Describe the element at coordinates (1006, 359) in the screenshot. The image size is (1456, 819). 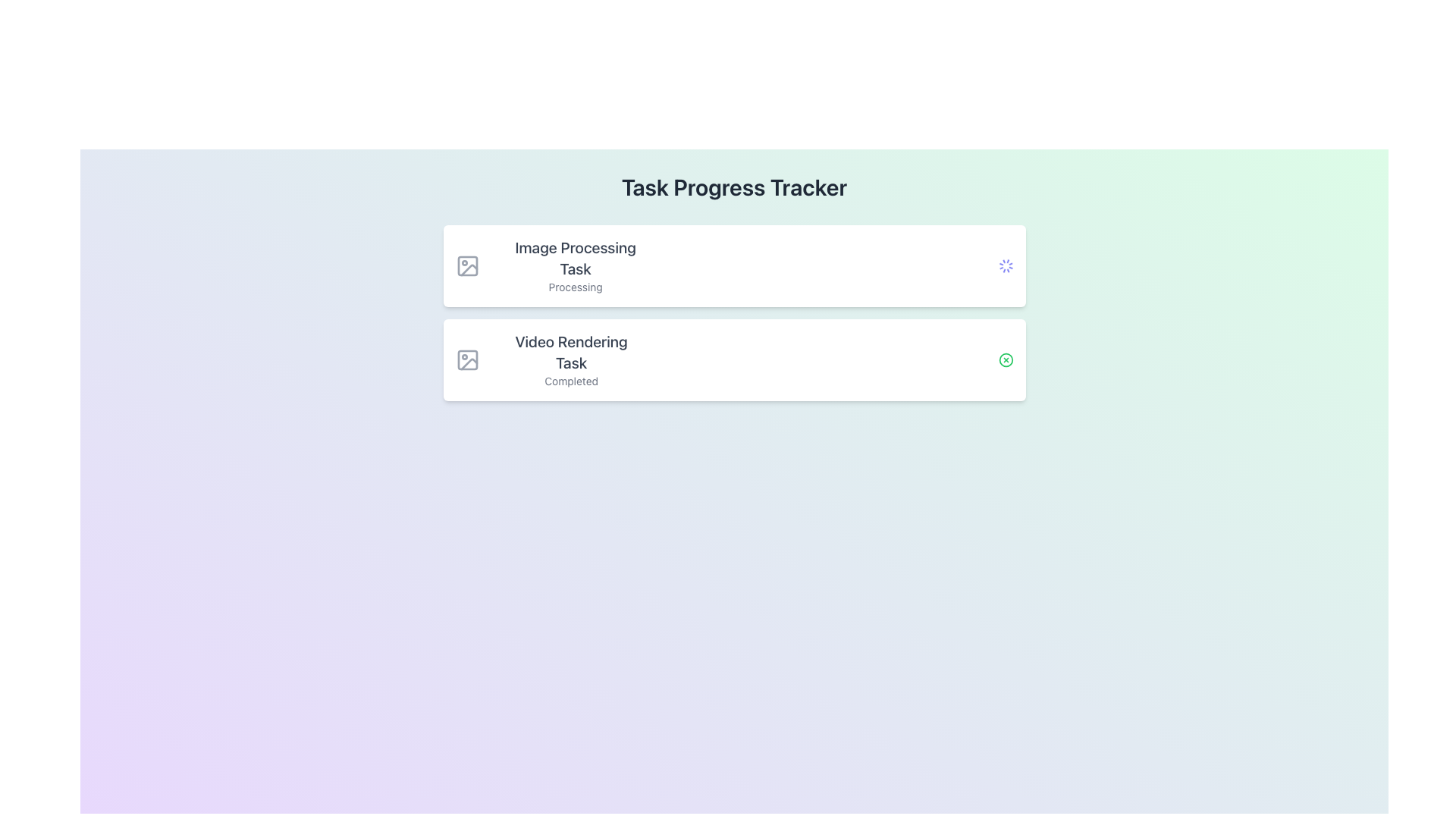
I see `the filled circle icon representing the 'Video Rendering' task in the task interface` at that location.